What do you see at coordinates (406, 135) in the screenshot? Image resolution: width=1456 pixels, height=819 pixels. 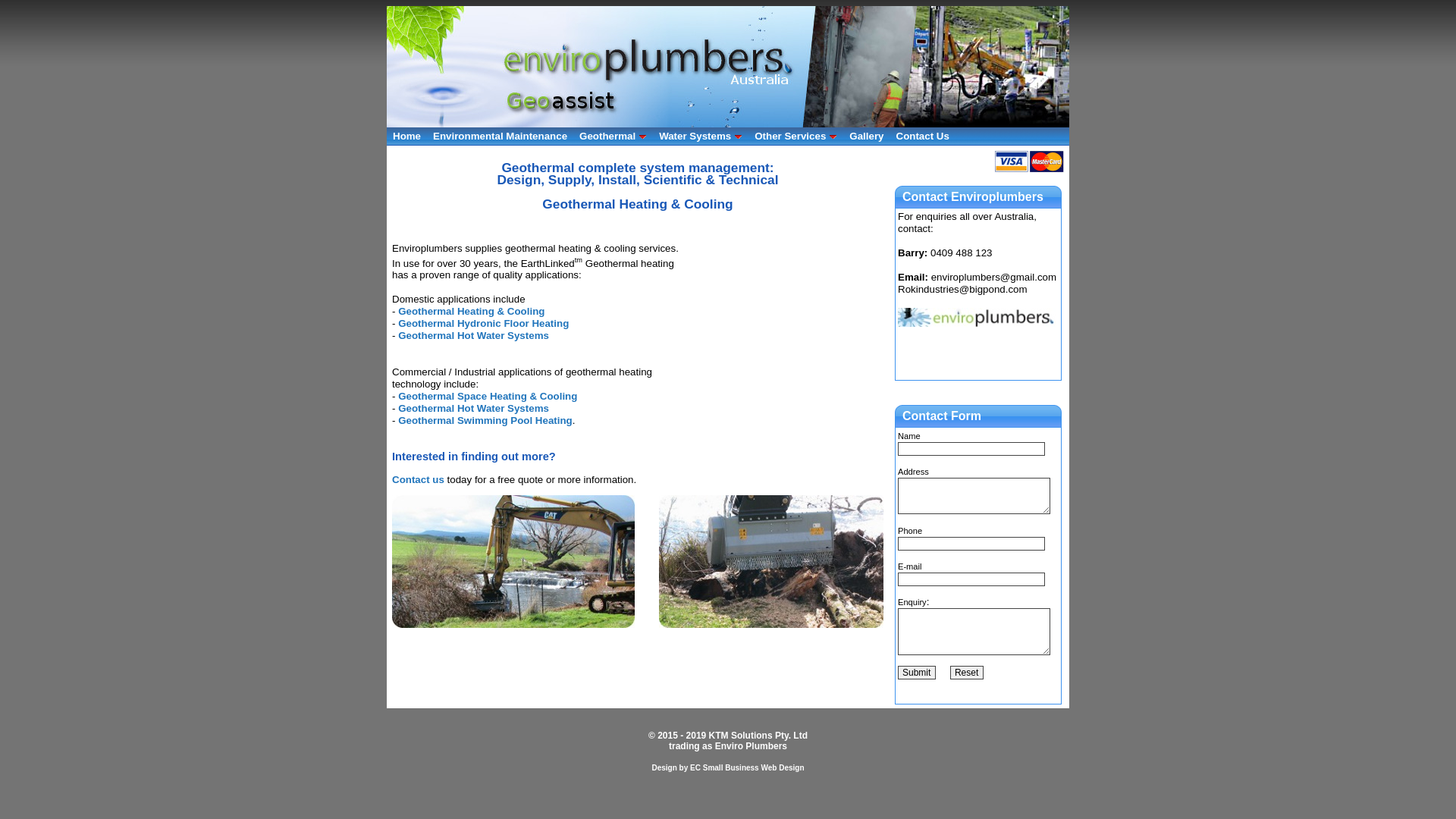 I see `'Home'` at bounding box center [406, 135].